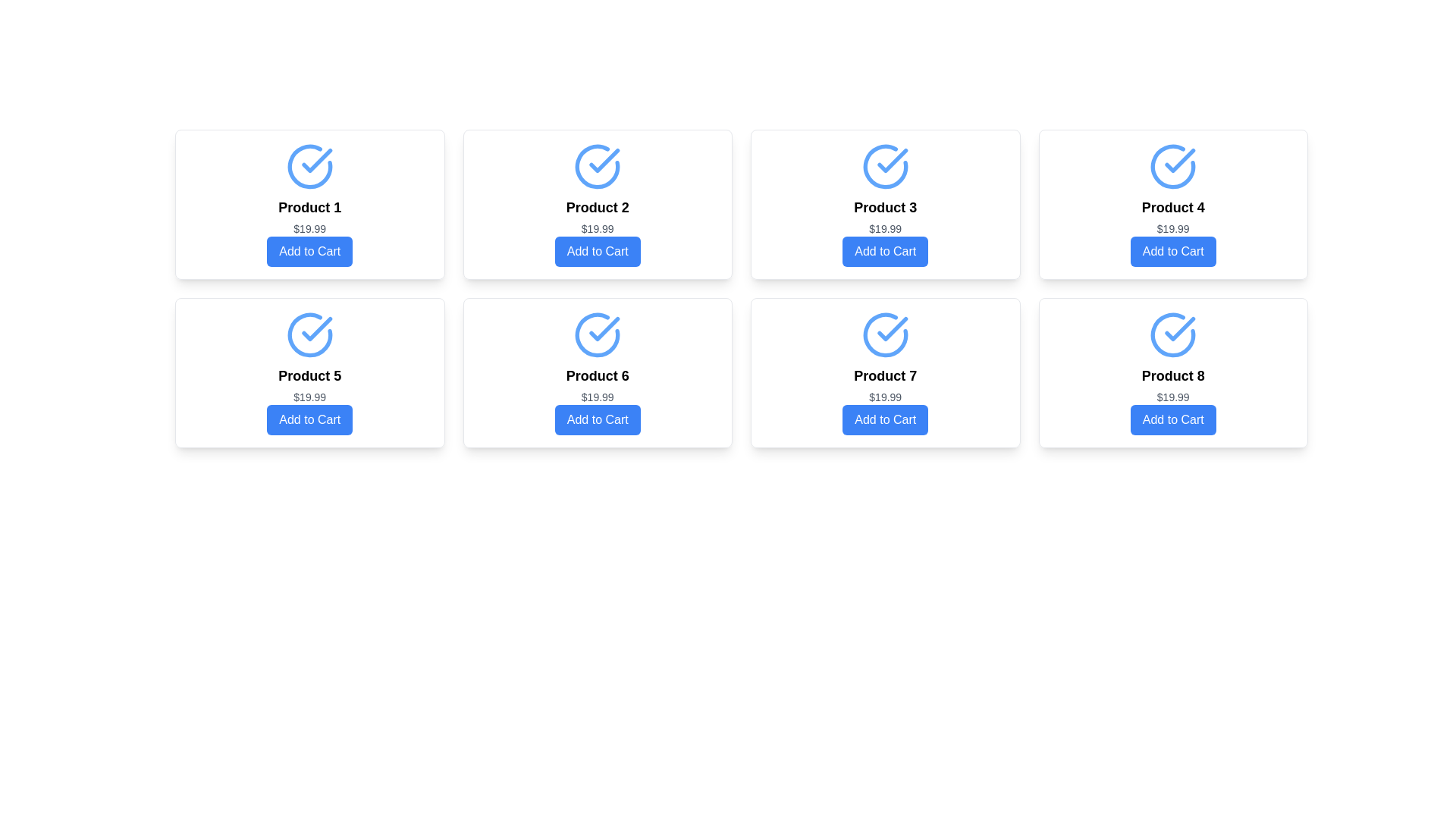 This screenshot has height=819, width=1456. Describe the element at coordinates (885, 334) in the screenshot. I see `the graphical checkmark icon encased within a circle, located at the top section of the card labeled 'Product 7'` at that location.